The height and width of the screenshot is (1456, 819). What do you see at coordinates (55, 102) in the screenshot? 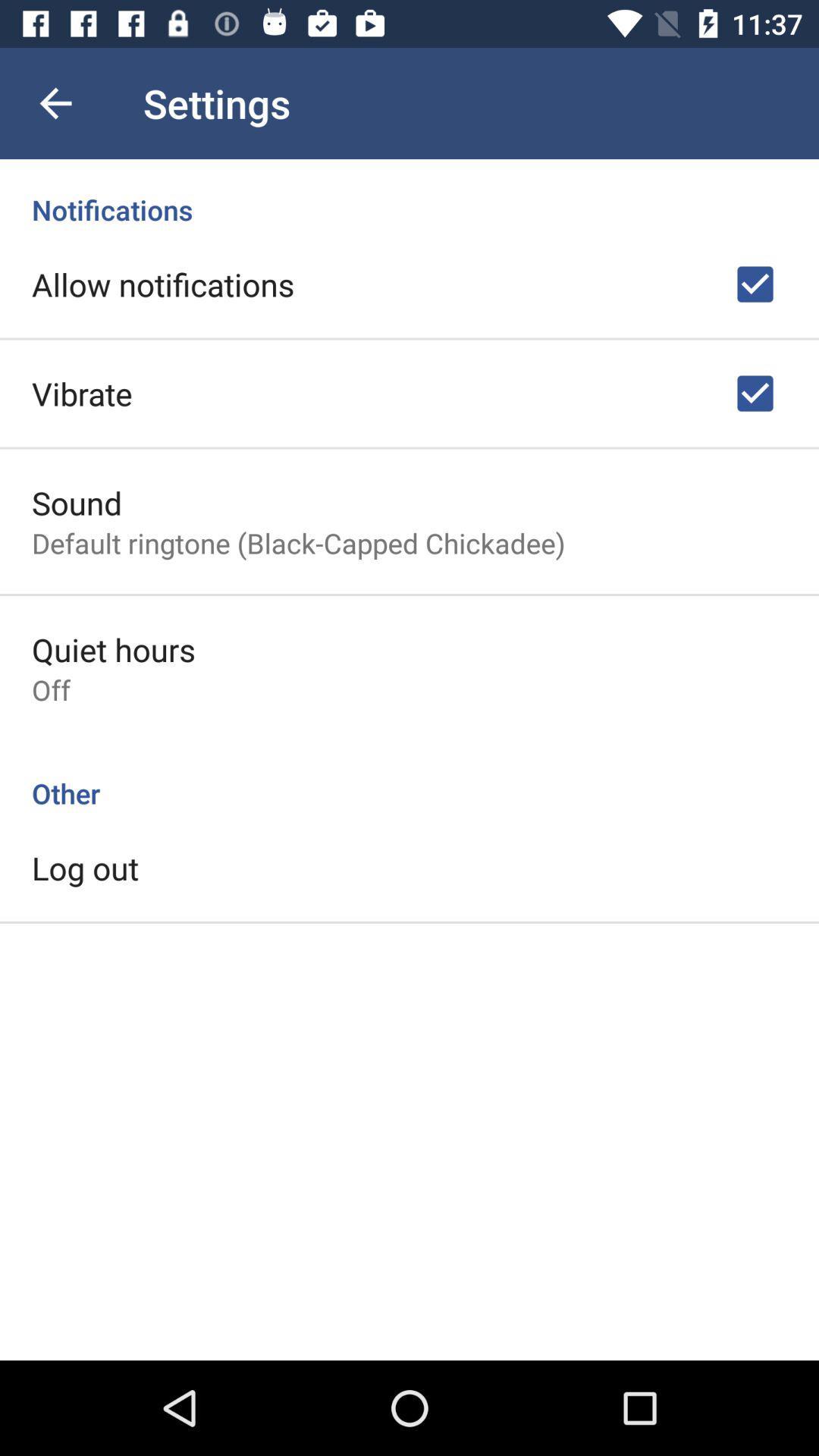
I see `the item next to settings` at bounding box center [55, 102].